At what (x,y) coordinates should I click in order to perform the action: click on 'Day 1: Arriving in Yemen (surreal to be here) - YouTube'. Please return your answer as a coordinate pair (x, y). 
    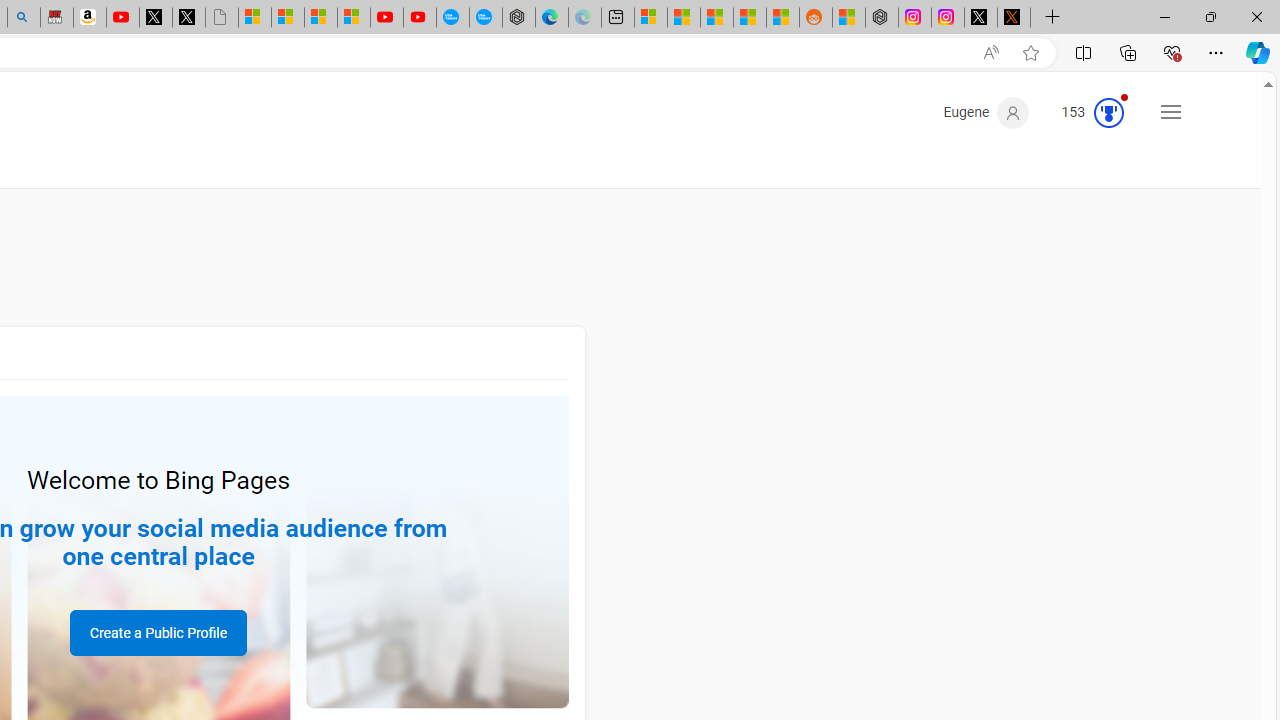
    Looking at the image, I should click on (122, 17).